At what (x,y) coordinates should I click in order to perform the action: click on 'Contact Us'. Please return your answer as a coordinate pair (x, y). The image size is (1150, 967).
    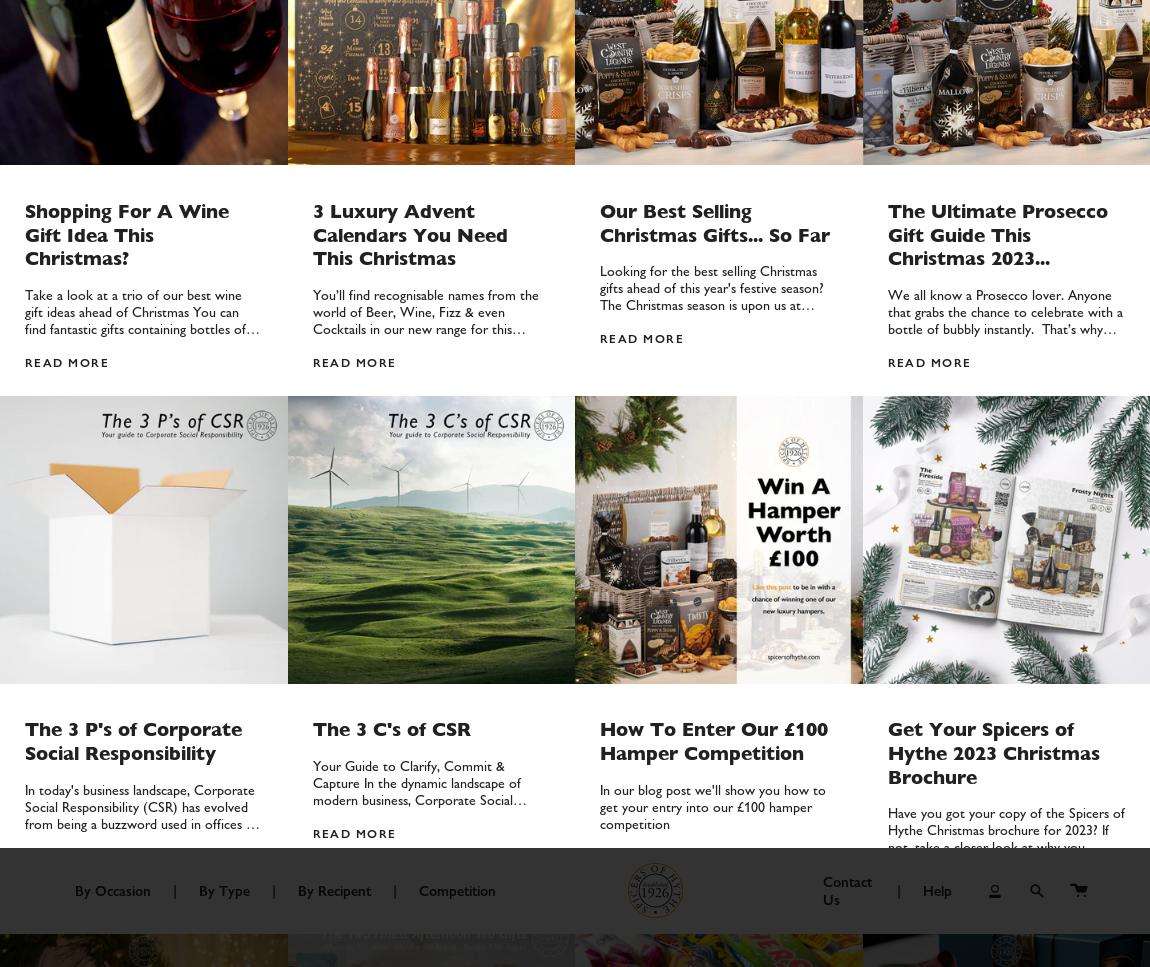
    Looking at the image, I should click on (362, 689).